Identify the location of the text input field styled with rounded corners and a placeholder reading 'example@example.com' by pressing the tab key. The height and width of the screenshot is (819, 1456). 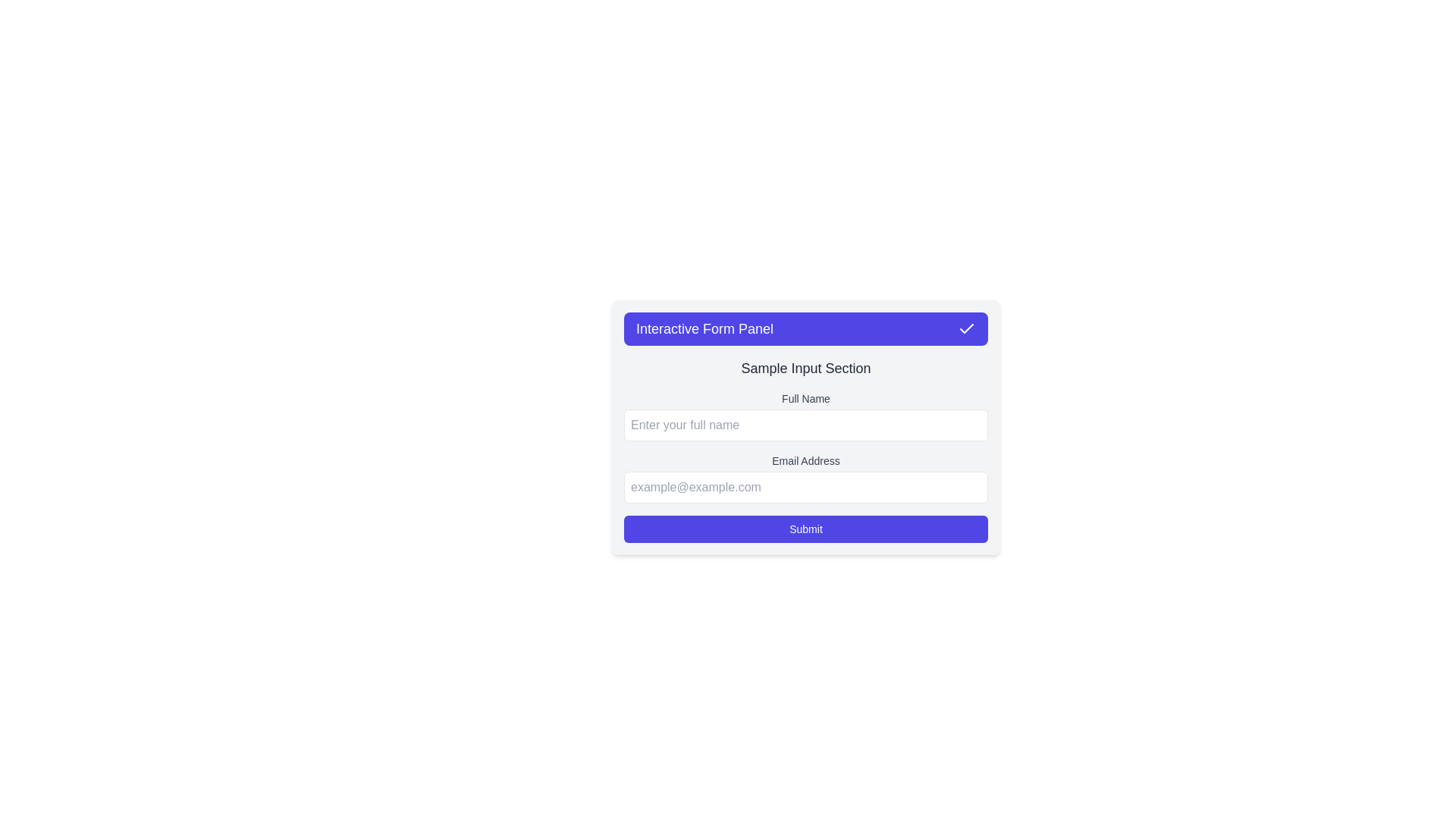
(805, 488).